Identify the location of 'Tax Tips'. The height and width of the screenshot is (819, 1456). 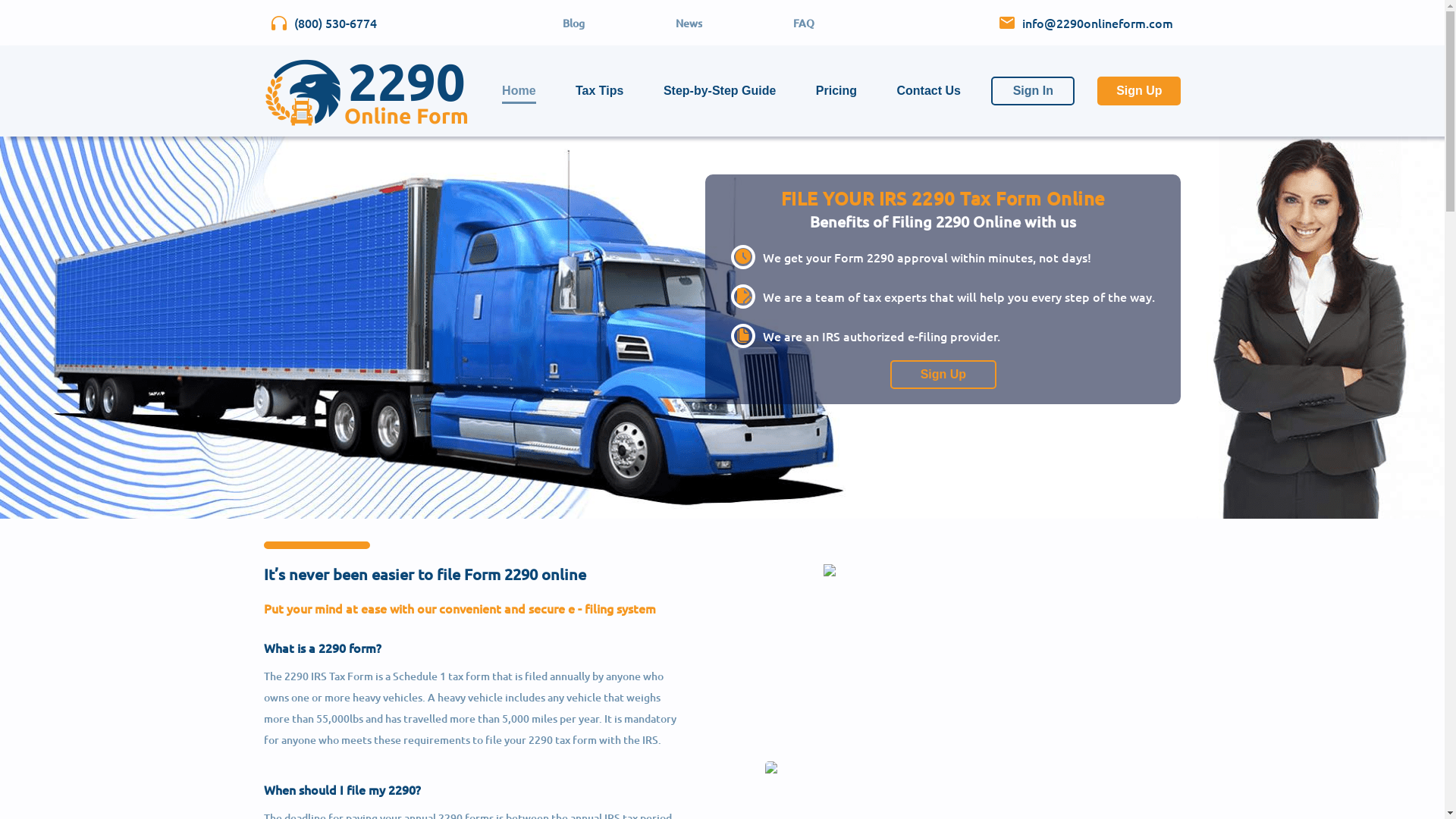
(574, 90).